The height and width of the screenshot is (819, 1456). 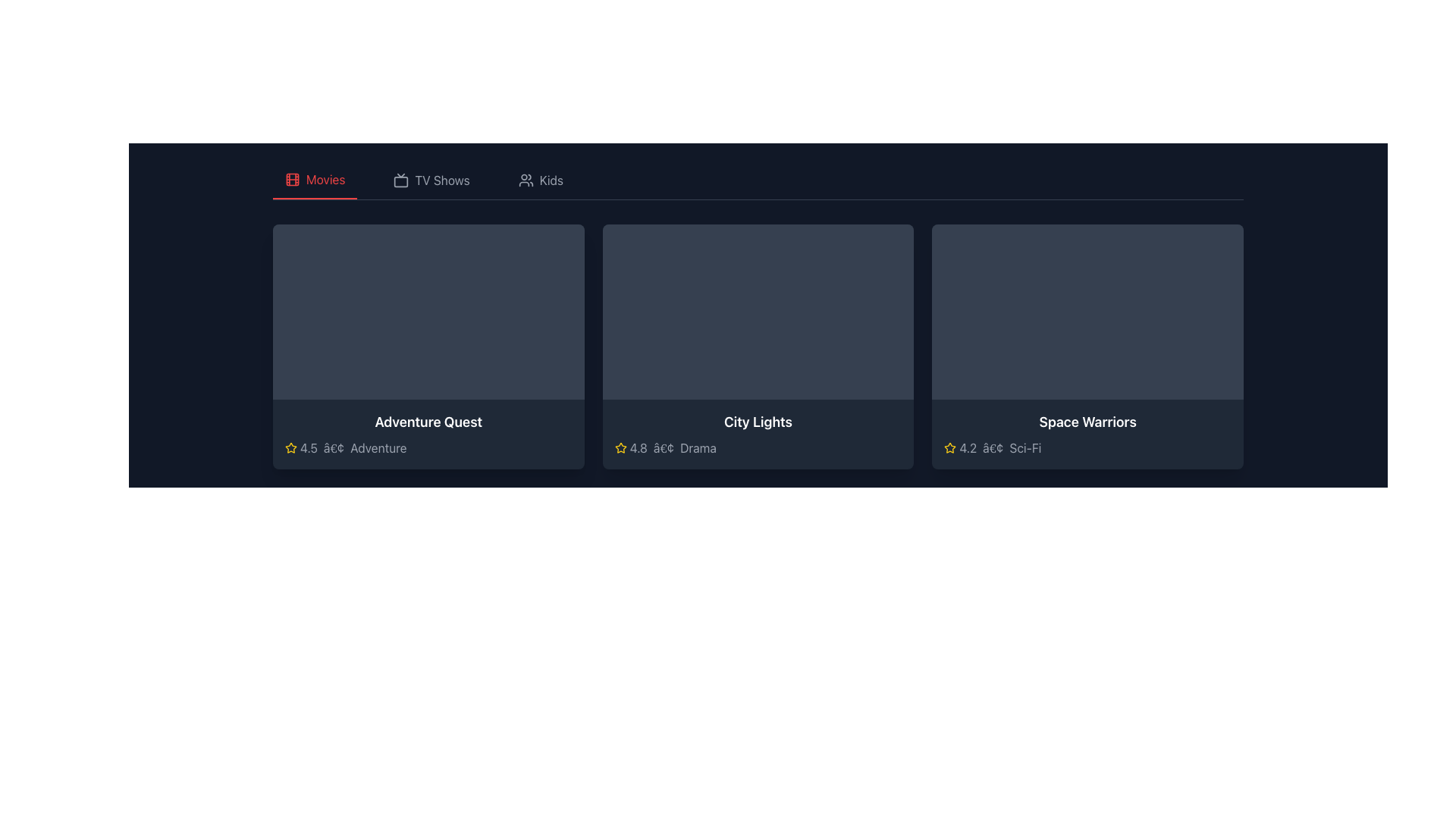 What do you see at coordinates (1087, 434) in the screenshot?
I see `the informational display element that provides movie details, including title, rating, and genre, located at the bottom section of the third card in a horizontally aligned list` at bounding box center [1087, 434].